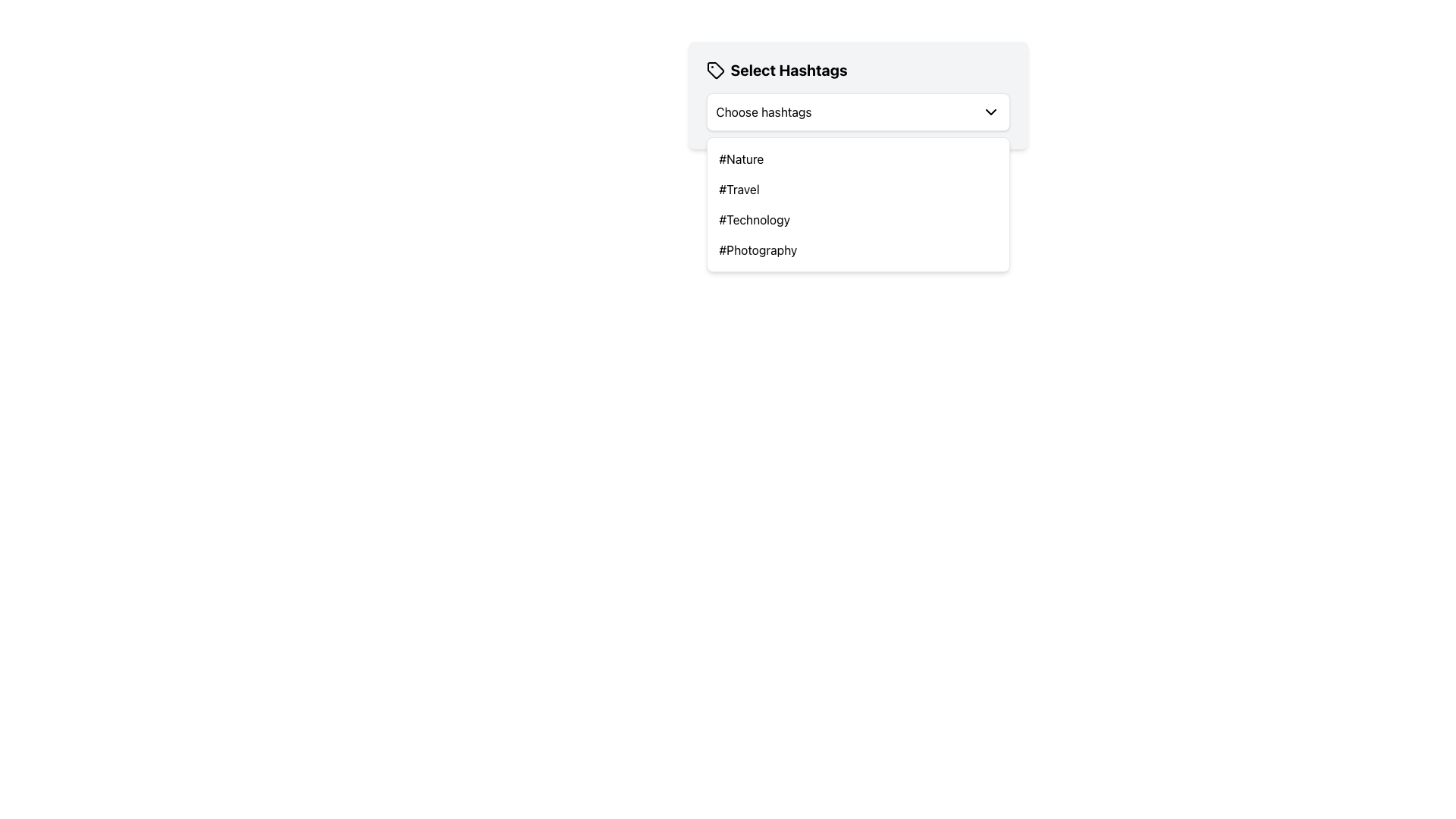 The width and height of the screenshot is (1456, 819). Describe the element at coordinates (990, 111) in the screenshot. I see `the dropdown icon at the far-right end of the 'Choose hashtags' header to possibly trigger a tooltip` at that location.